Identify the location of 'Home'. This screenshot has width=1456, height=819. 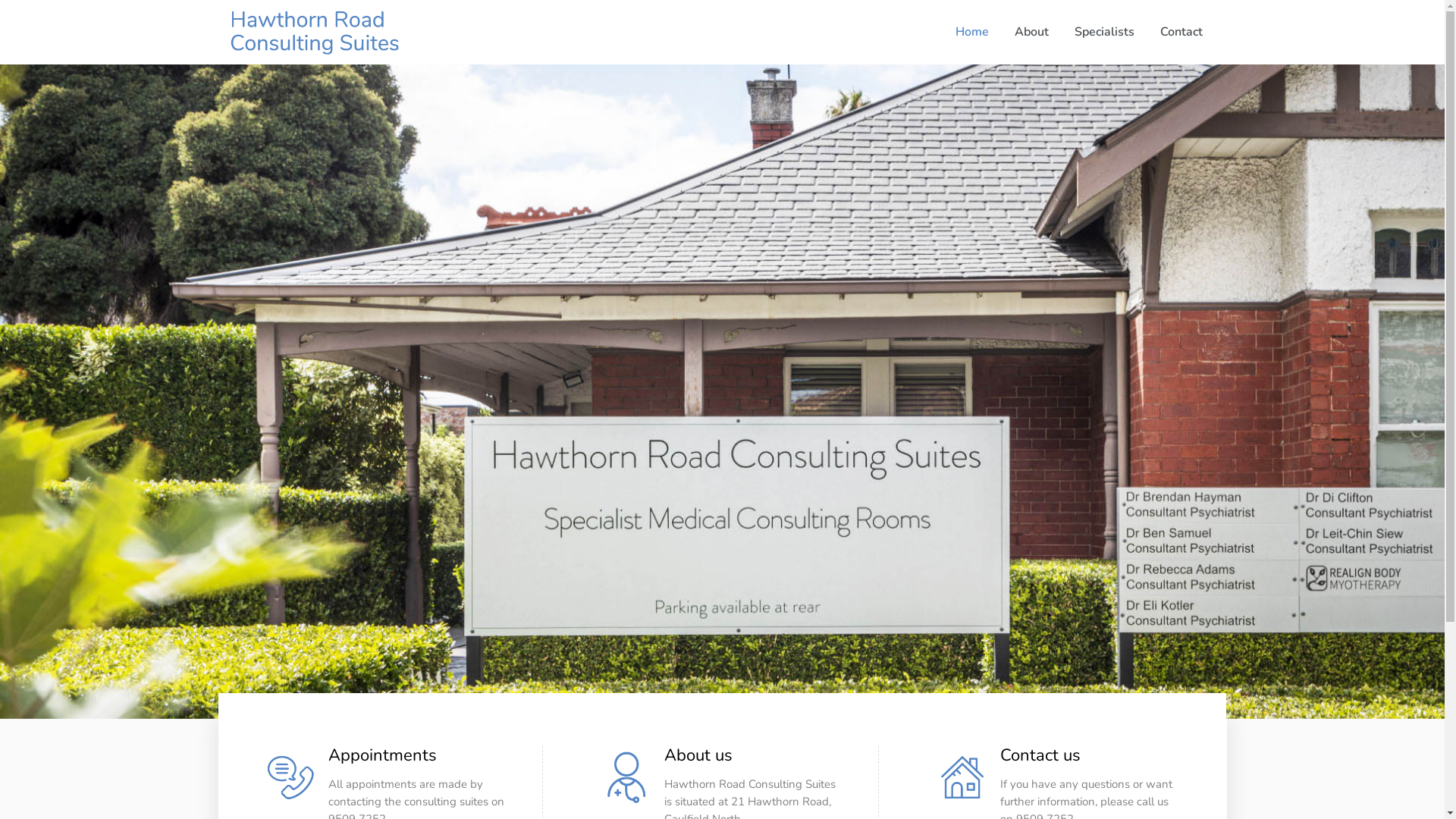
(941, 32).